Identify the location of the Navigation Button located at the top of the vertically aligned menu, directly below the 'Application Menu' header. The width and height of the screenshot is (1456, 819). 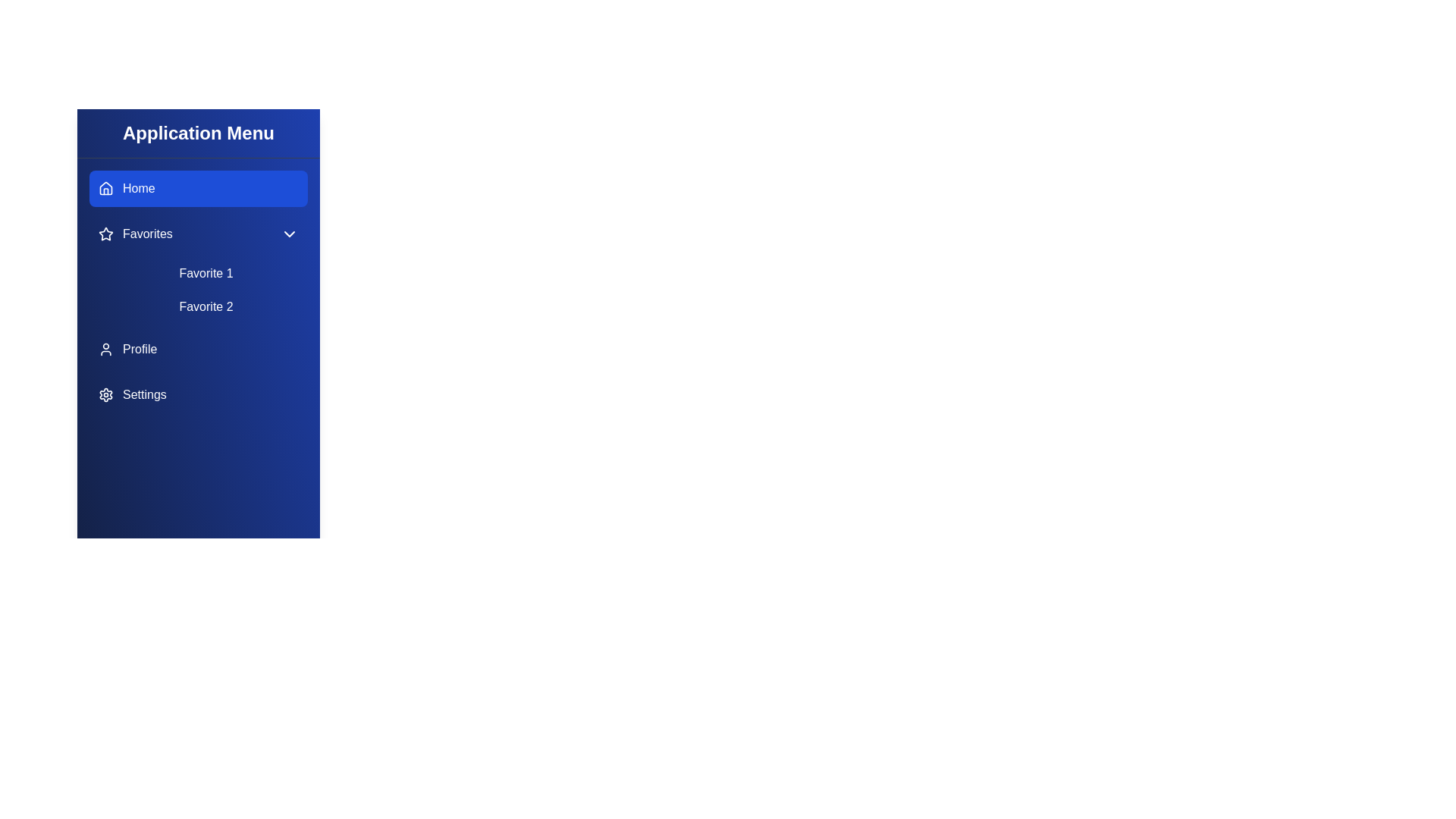
(127, 188).